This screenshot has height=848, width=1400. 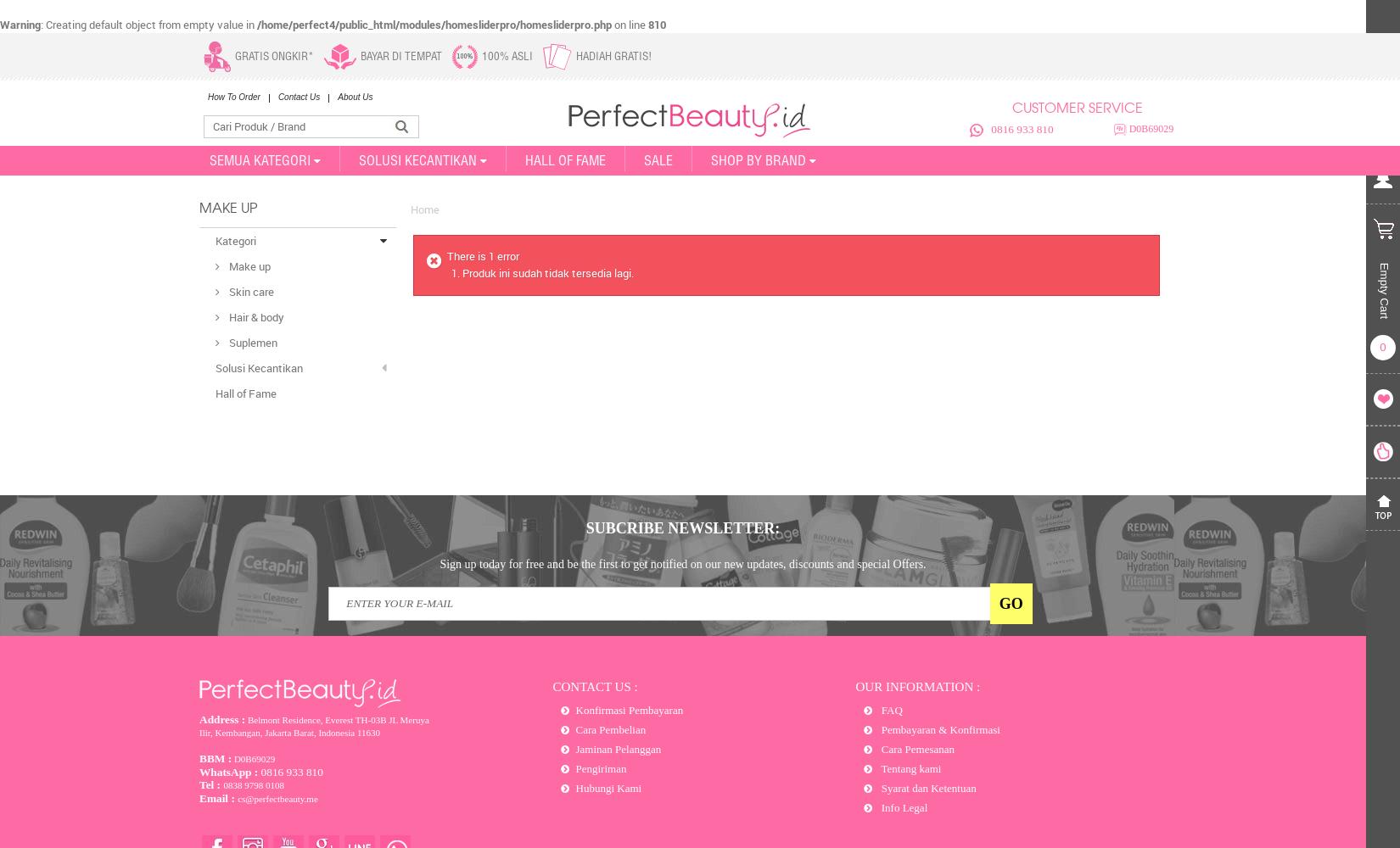 What do you see at coordinates (236, 241) in the screenshot?
I see `'Kategori'` at bounding box center [236, 241].